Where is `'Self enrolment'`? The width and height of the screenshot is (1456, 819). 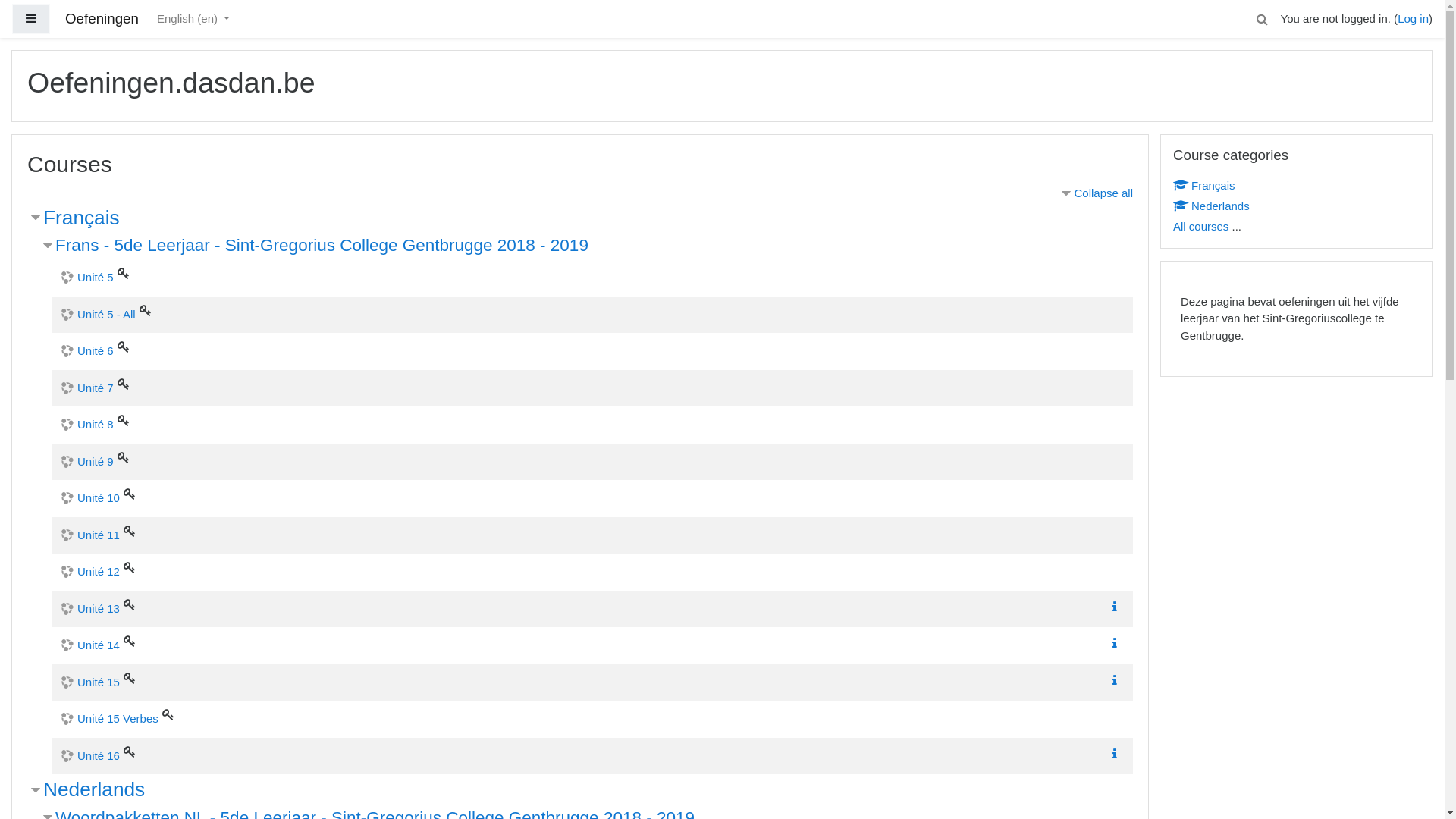
'Self enrolment' is located at coordinates (162, 714).